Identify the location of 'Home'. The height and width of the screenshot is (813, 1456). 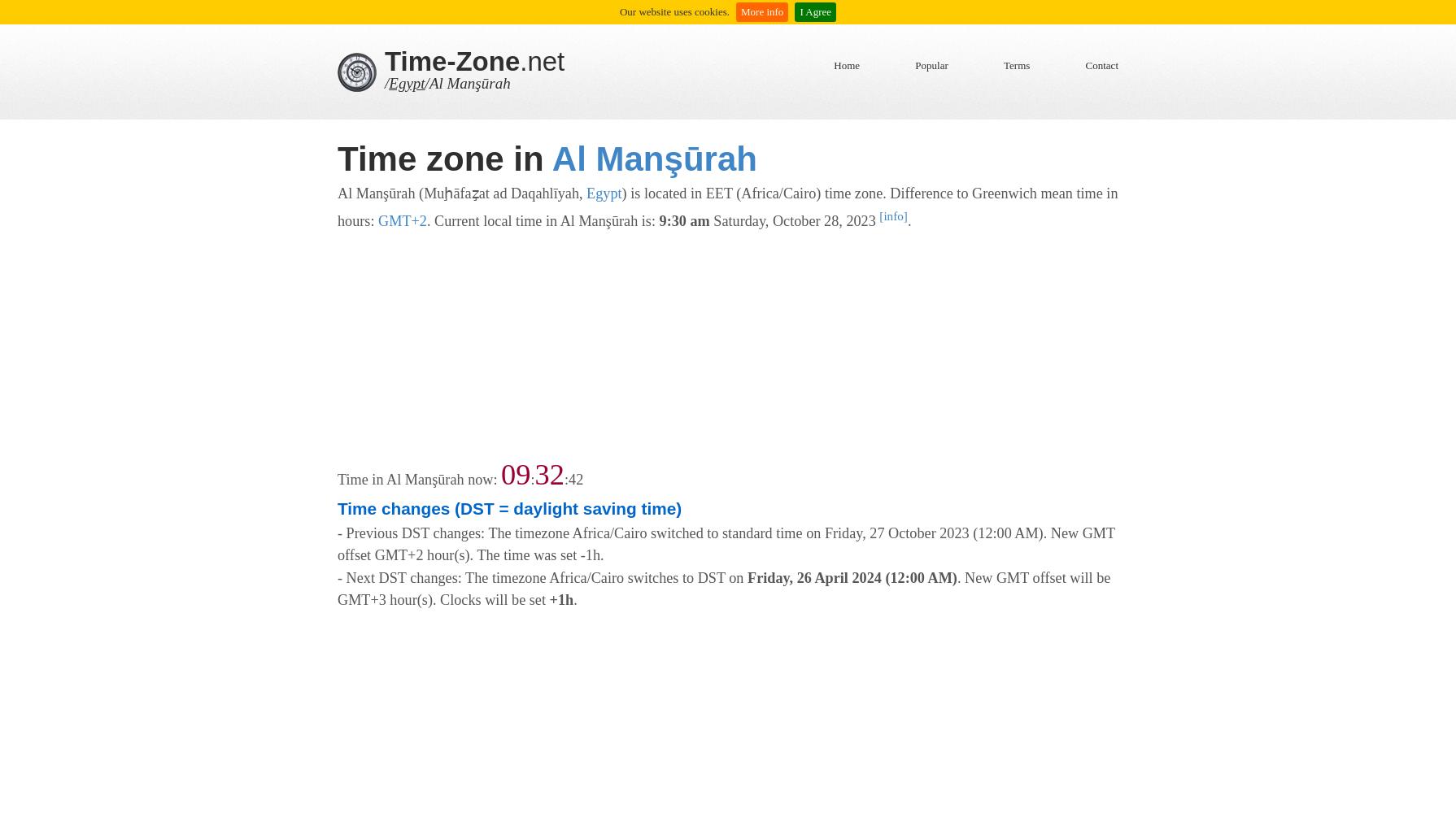
(847, 64).